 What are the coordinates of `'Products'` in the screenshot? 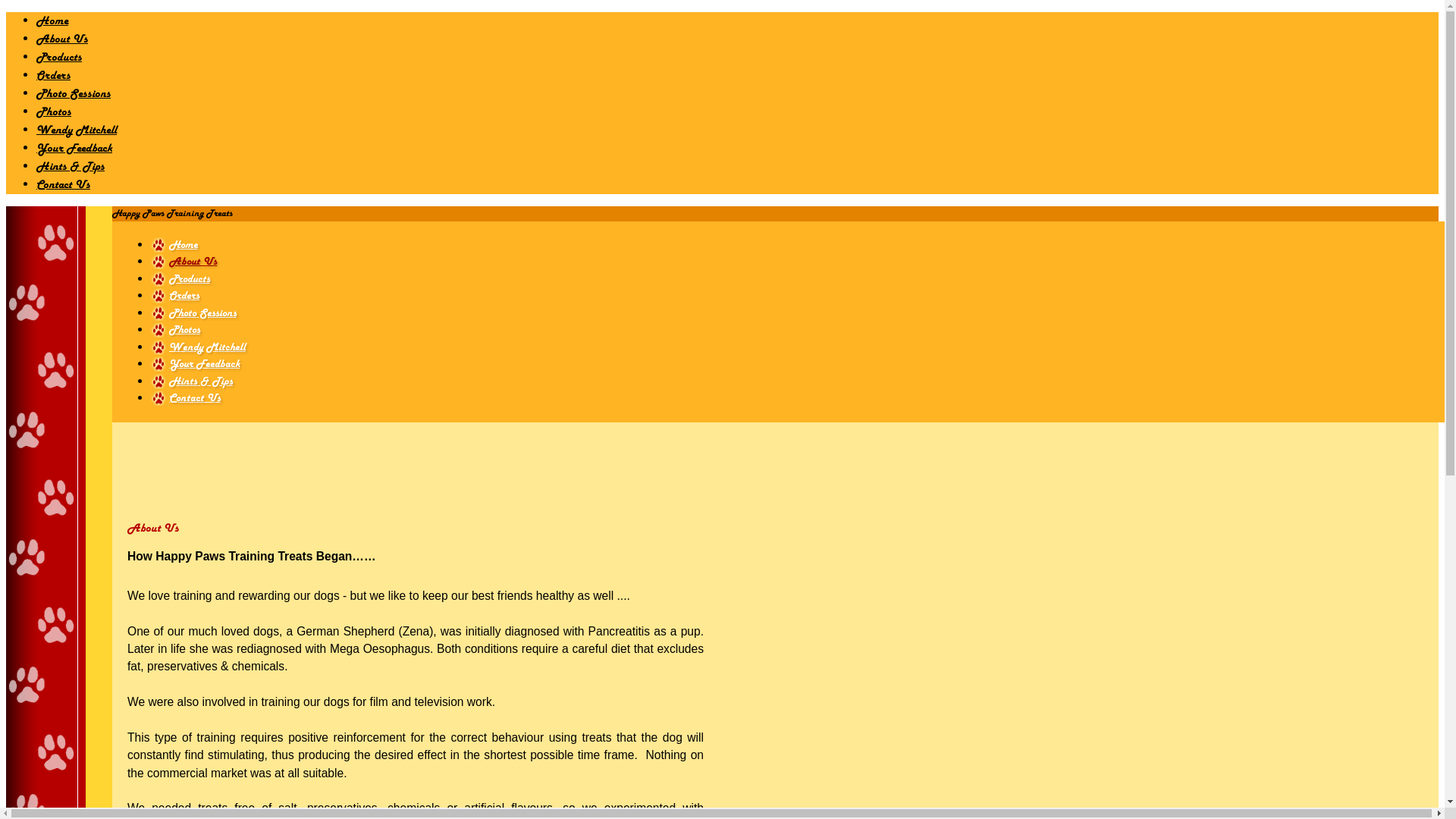 It's located at (58, 56).